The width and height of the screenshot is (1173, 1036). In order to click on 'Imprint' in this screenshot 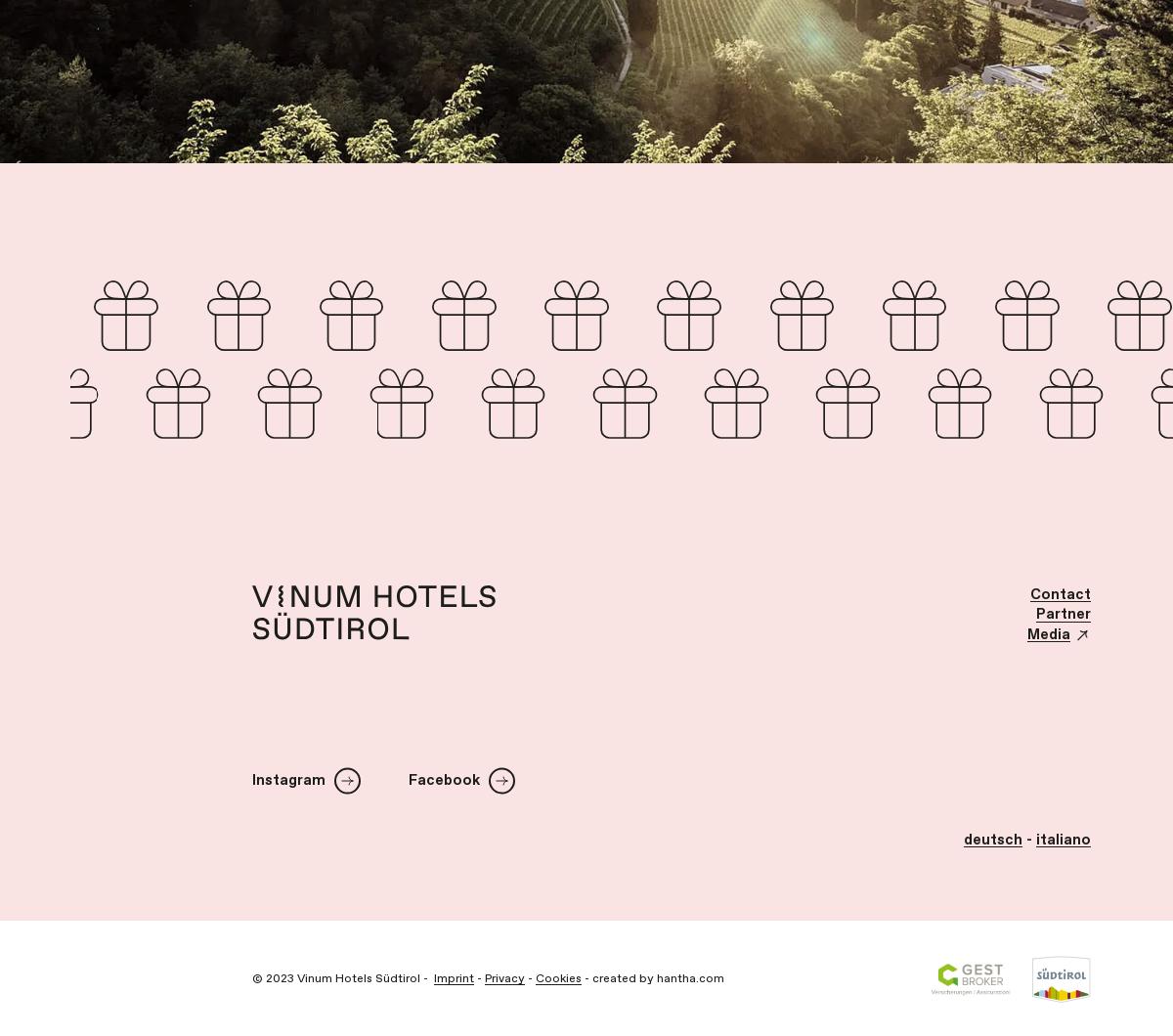, I will do `click(434, 976)`.